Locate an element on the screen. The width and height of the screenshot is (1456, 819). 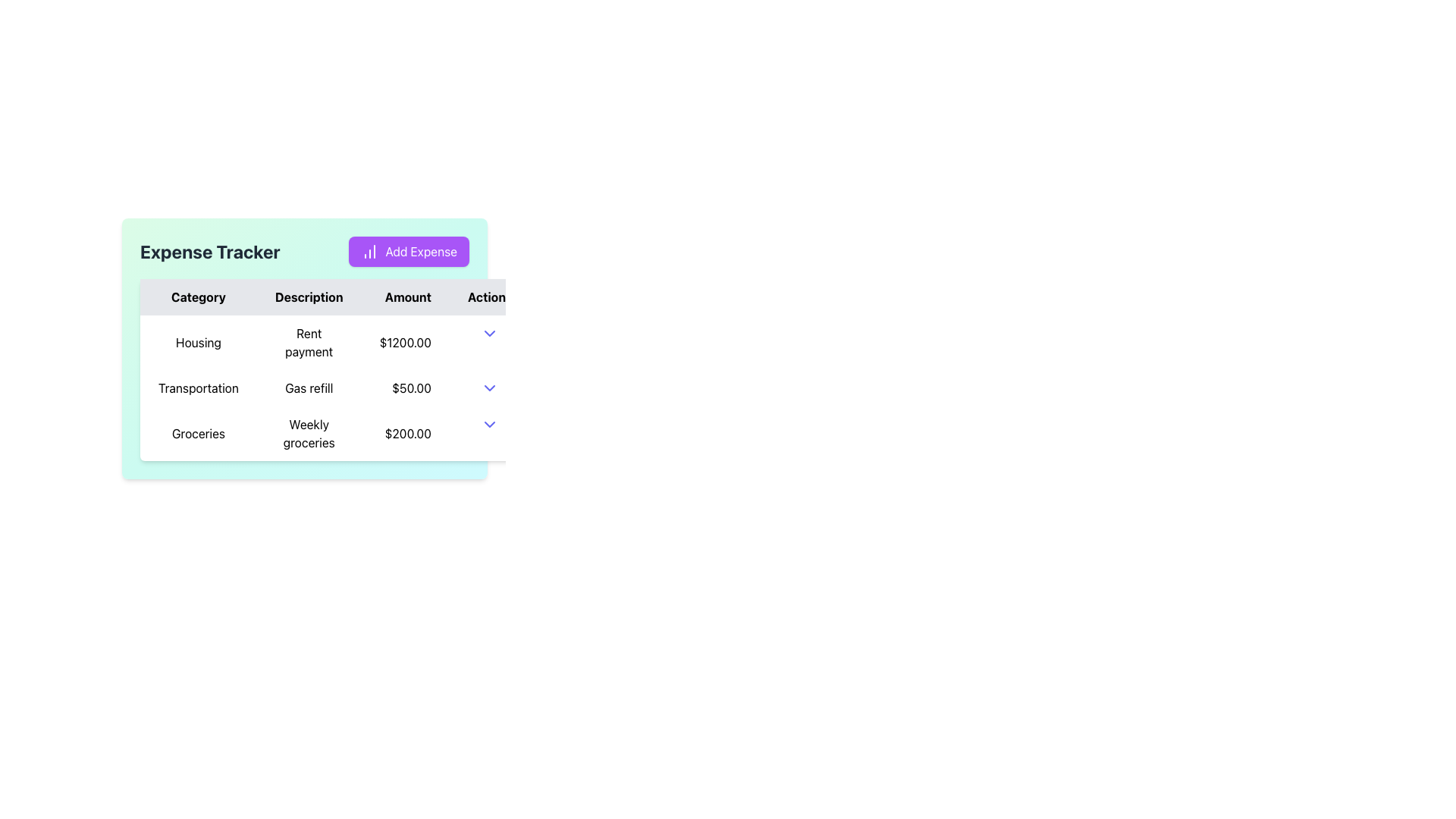
the 'Add Expense' button with a purple background and white text, which includes a bar chart icon is located at coordinates (409, 250).